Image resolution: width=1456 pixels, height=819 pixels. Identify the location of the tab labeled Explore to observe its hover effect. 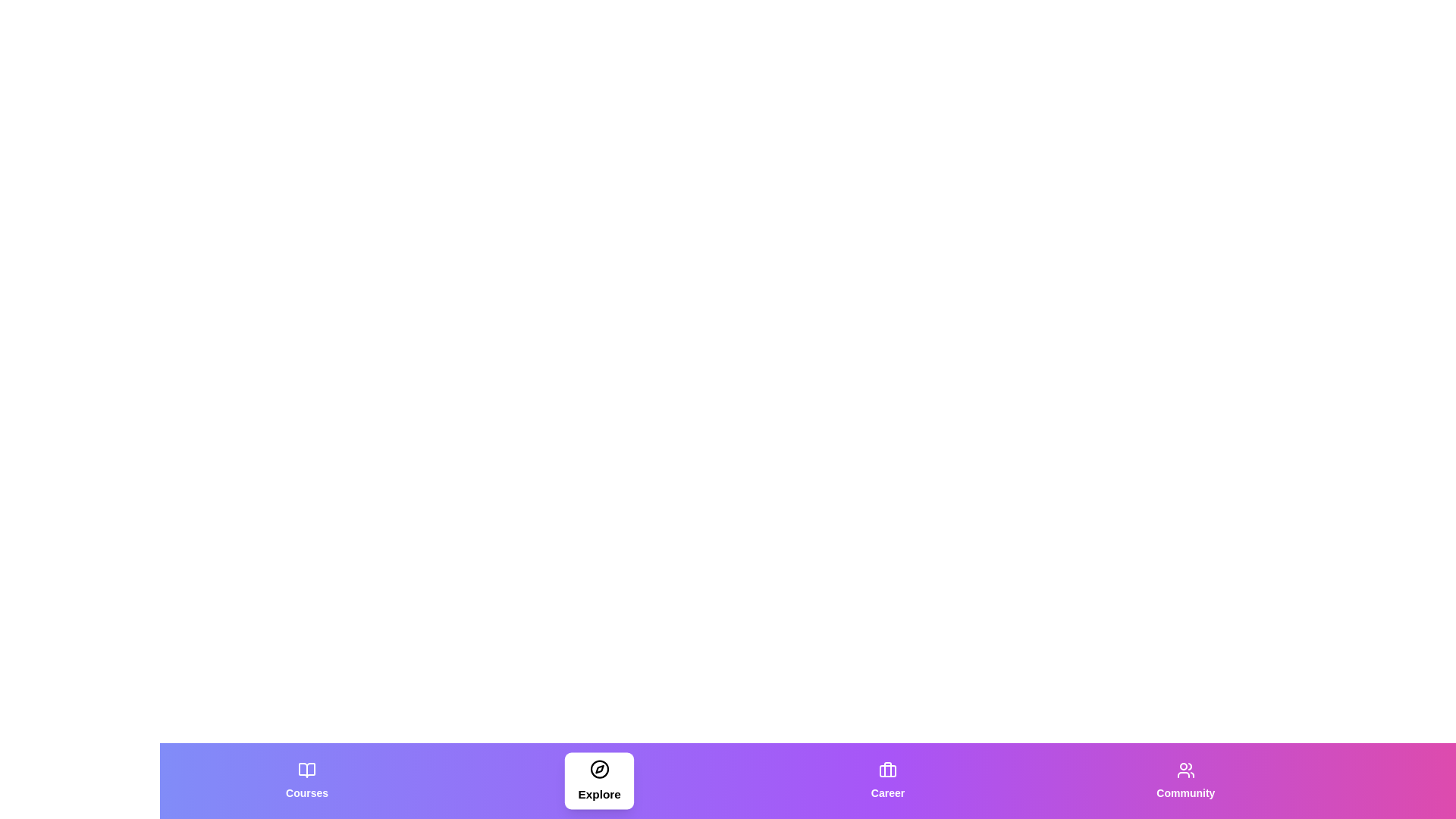
(599, 780).